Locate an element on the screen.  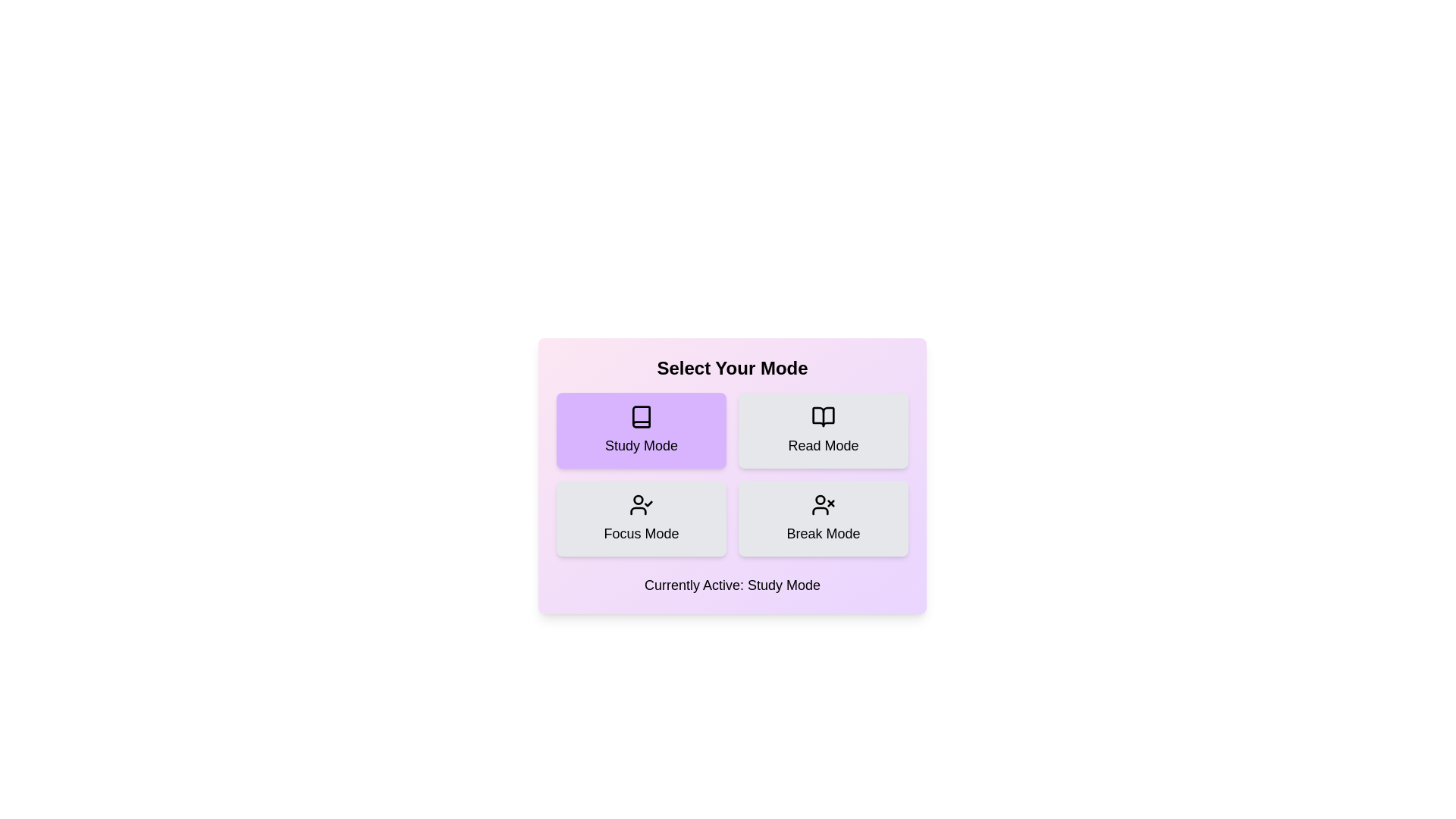
the button corresponding to the desired mode: Break Mode is located at coordinates (822, 517).